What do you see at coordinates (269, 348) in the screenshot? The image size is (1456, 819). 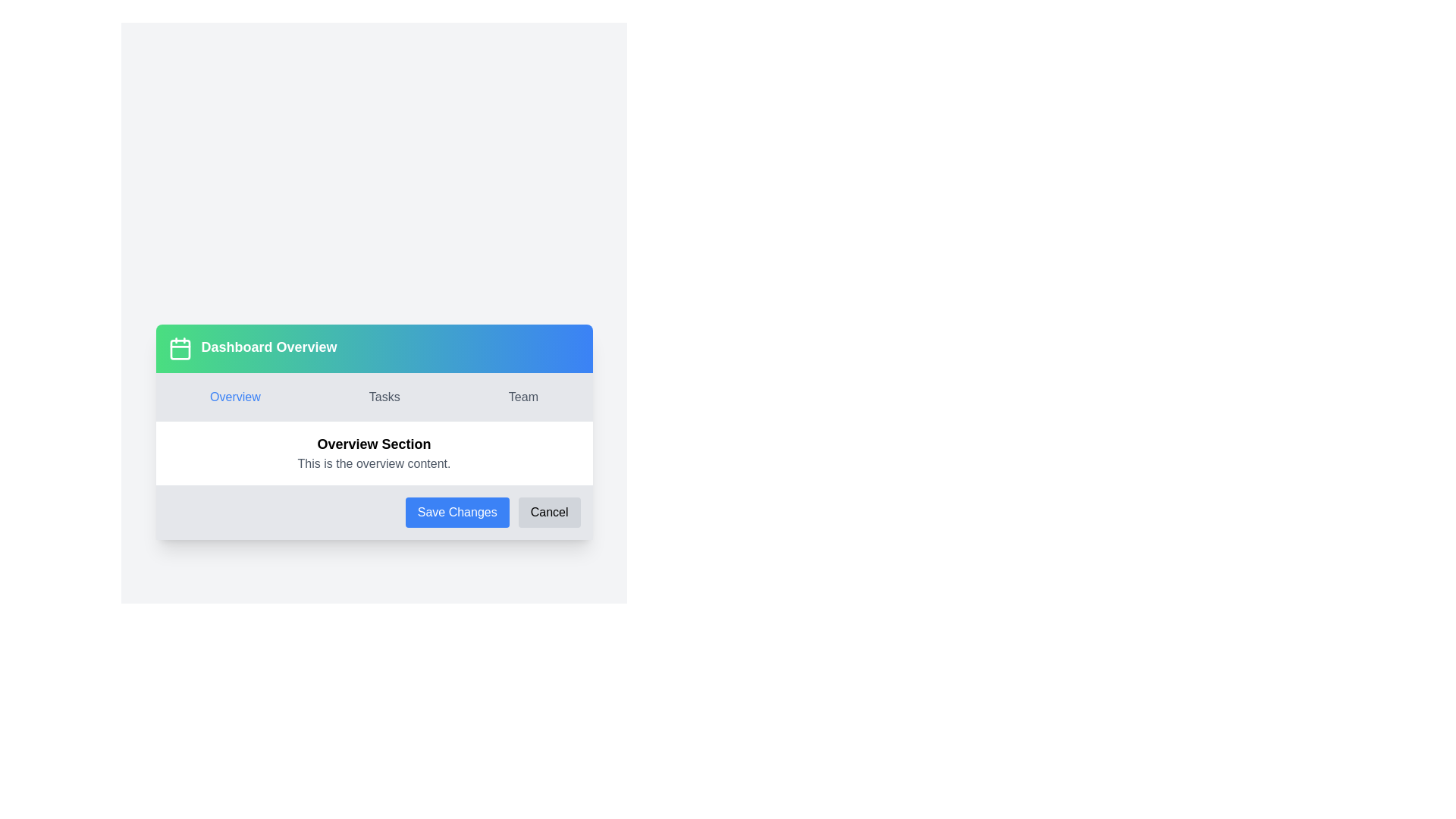 I see `the 'Dashboard Overview' label, which serves as a heading in the upper-centered section of the header bar, located to the right of the calendar icon` at bounding box center [269, 348].